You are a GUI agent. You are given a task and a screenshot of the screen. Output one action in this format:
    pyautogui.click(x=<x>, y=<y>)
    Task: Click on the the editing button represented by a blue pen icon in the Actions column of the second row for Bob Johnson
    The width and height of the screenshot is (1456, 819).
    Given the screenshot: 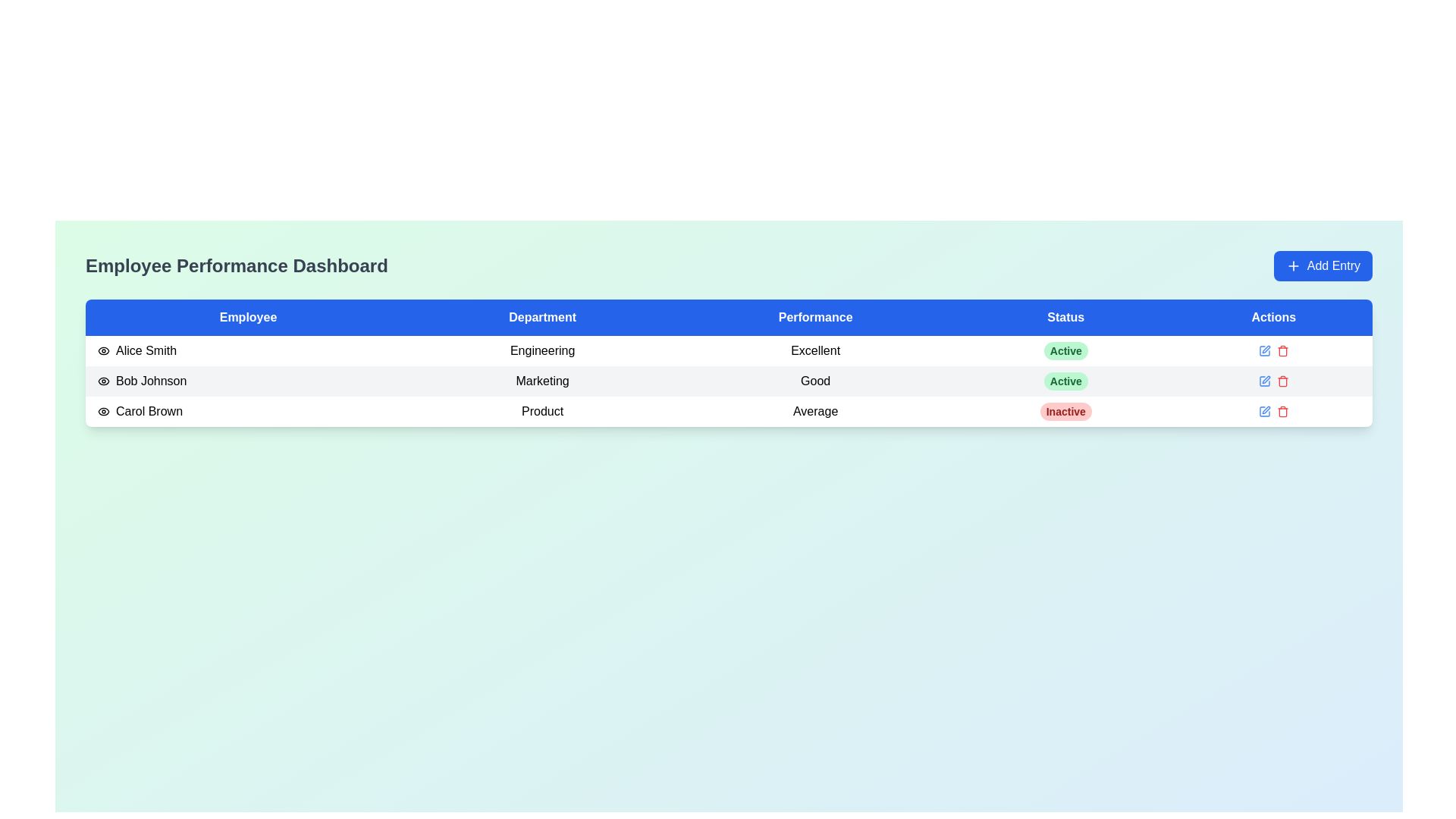 What is the action you would take?
    pyautogui.click(x=1264, y=350)
    